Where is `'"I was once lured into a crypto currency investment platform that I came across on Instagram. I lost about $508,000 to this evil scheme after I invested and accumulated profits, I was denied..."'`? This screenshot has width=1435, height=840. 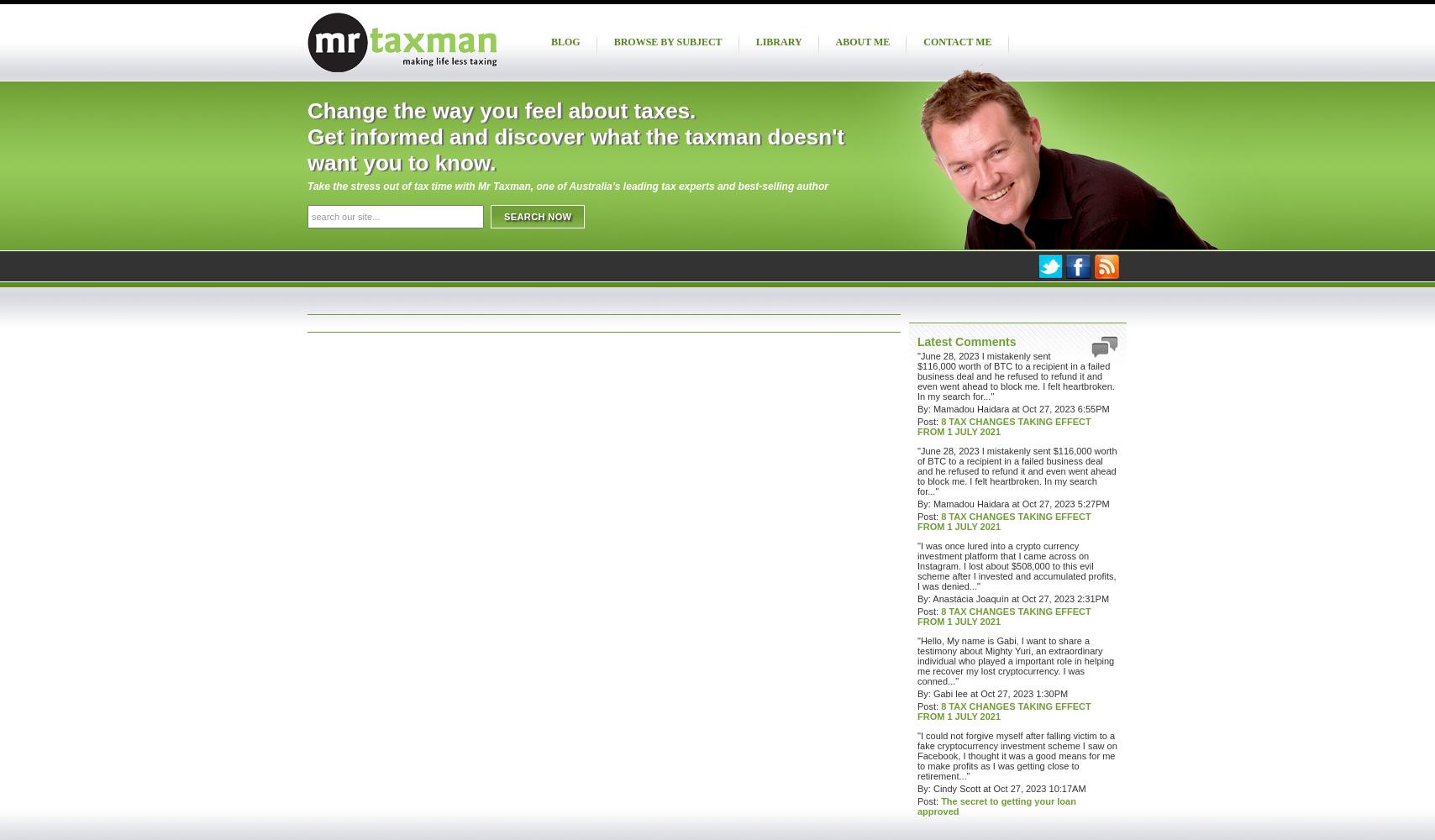 '"I was once lured into a crypto currency investment platform that I came across on Instagram. I lost about $508,000 to this evil scheme after I invested and accumulated profits, I was denied..."' is located at coordinates (1016, 566).